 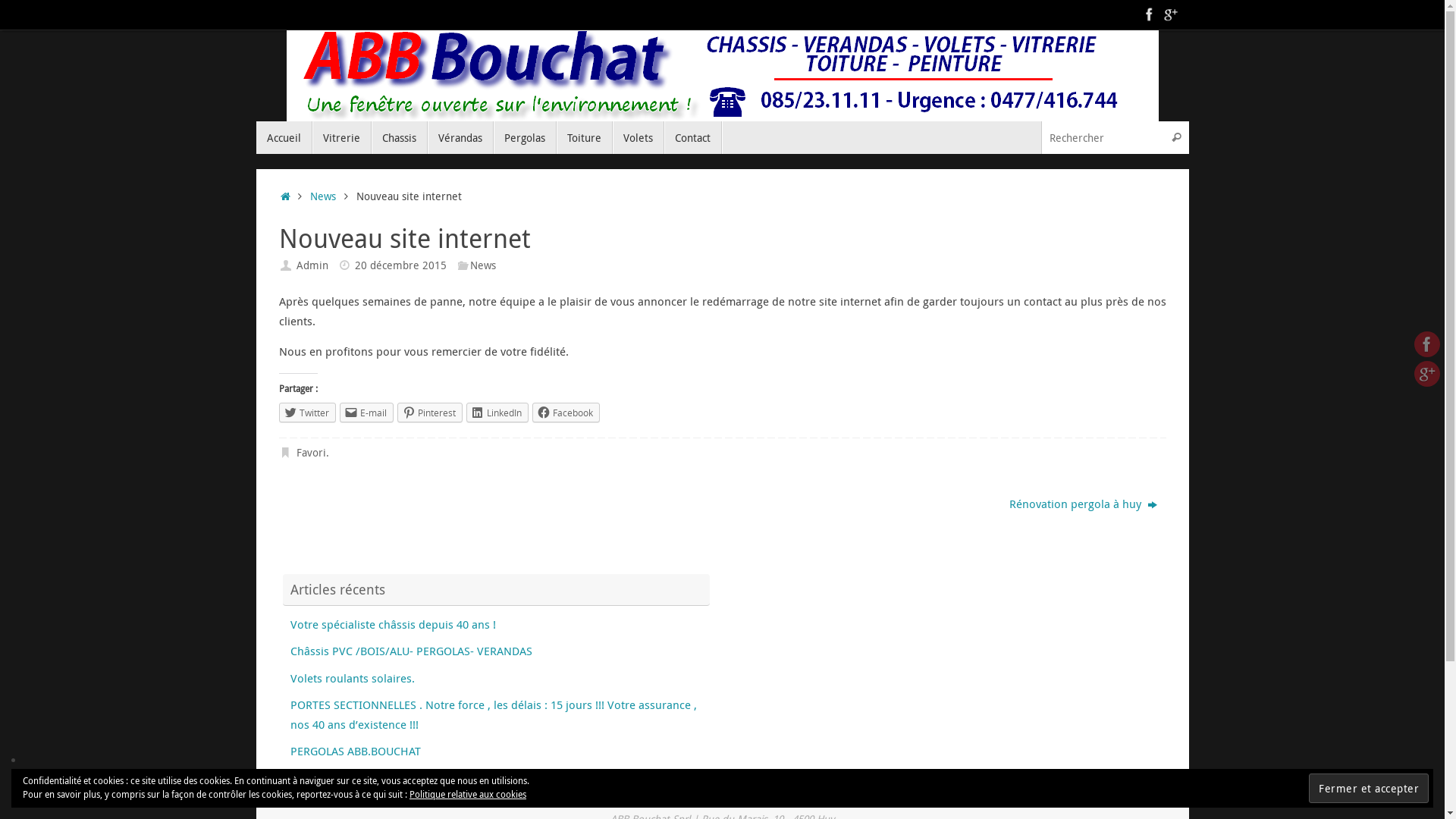 What do you see at coordinates (496, 412) in the screenshot?
I see `'LinkedIn'` at bounding box center [496, 412].